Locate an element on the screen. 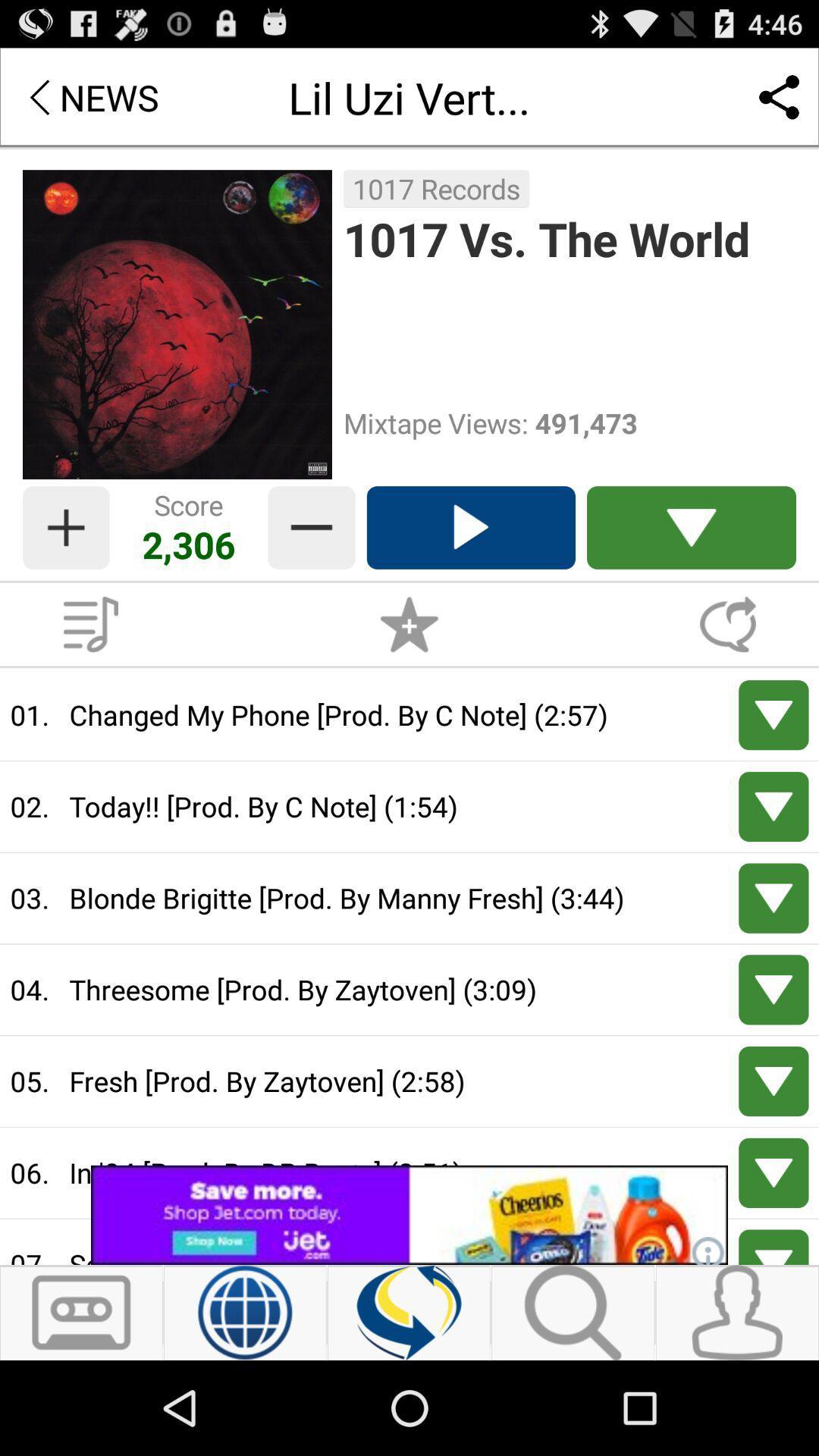 This screenshot has width=819, height=1456. the add icon is located at coordinates (65, 563).